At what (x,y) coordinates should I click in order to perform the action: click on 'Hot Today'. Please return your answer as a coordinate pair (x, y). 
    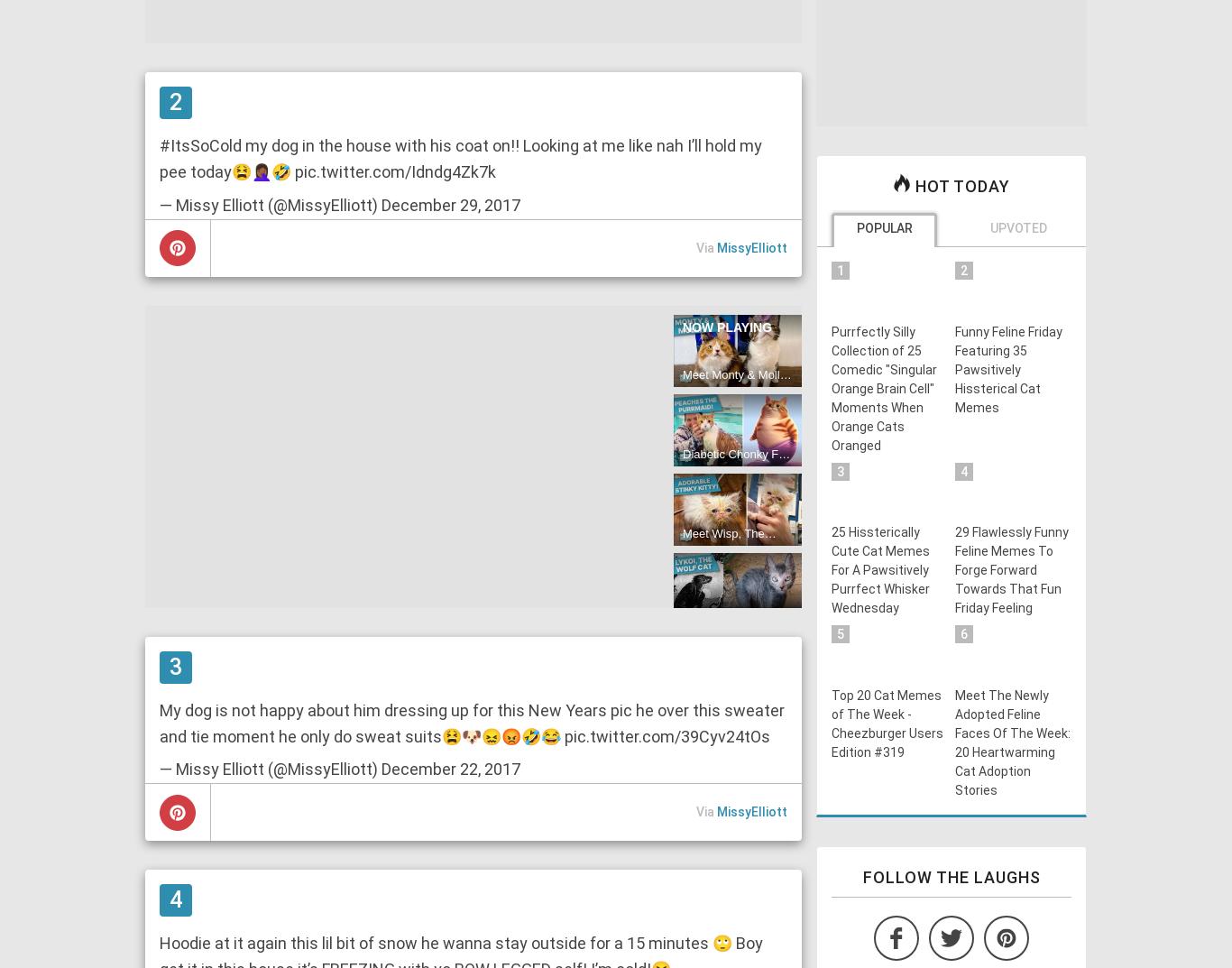
    Looking at the image, I should click on (959, 186).